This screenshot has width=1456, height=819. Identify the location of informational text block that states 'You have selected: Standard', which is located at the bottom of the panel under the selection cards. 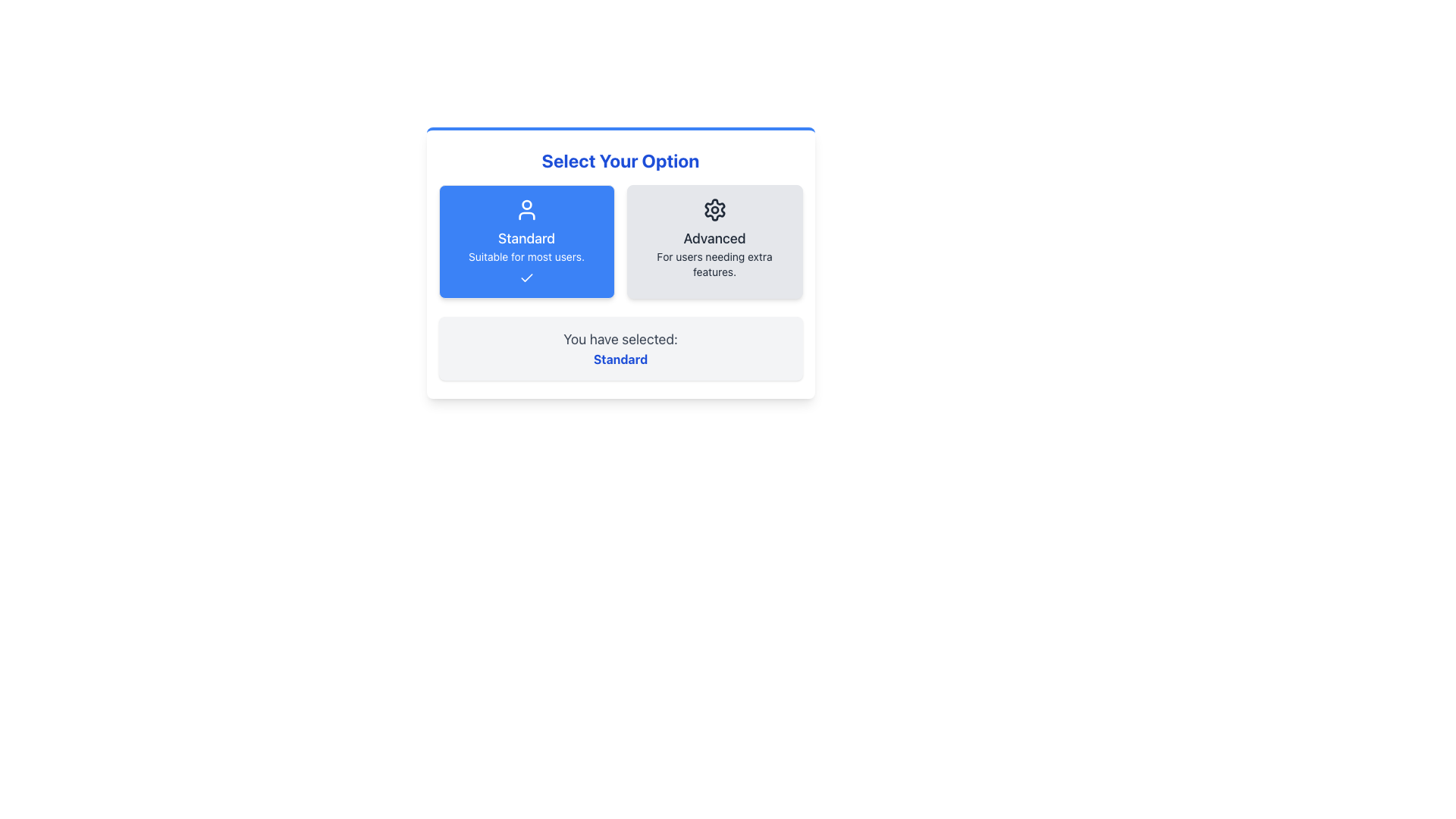
(620, 348).